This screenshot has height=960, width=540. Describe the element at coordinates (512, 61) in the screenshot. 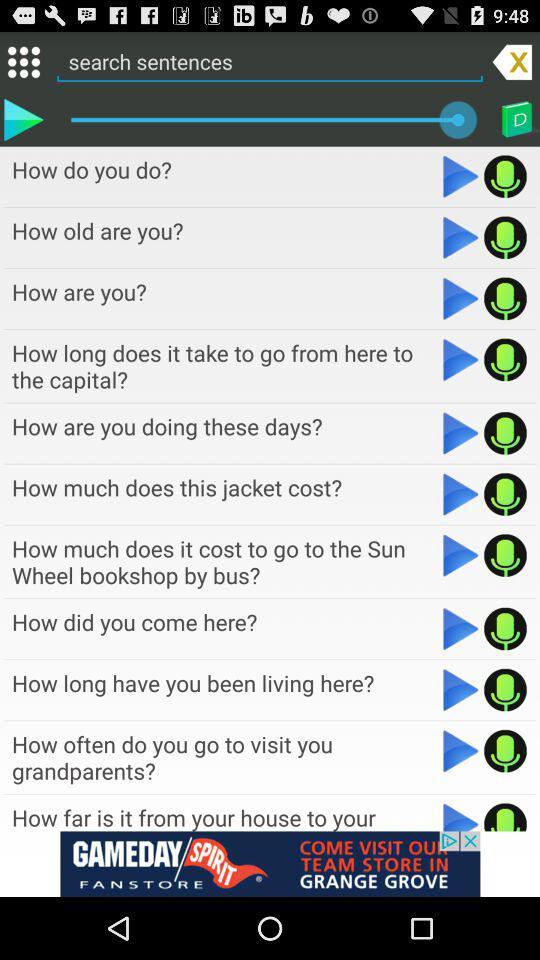

I see `remove sentence` at that location.